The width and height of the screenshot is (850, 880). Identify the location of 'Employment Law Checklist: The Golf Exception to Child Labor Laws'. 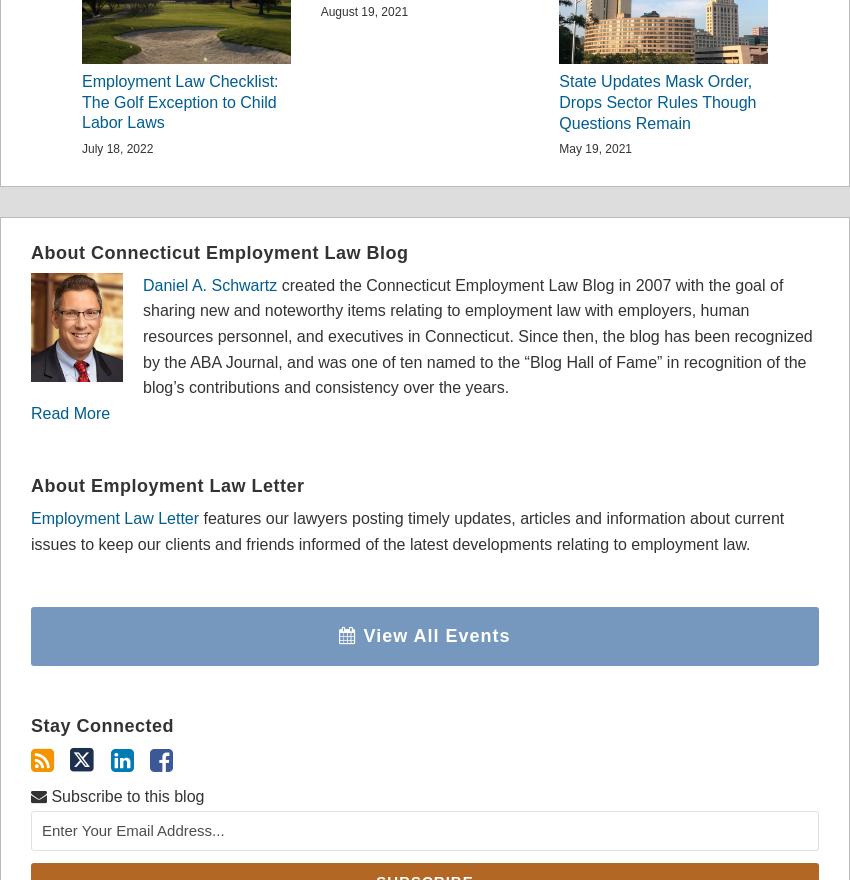
(179, 100).